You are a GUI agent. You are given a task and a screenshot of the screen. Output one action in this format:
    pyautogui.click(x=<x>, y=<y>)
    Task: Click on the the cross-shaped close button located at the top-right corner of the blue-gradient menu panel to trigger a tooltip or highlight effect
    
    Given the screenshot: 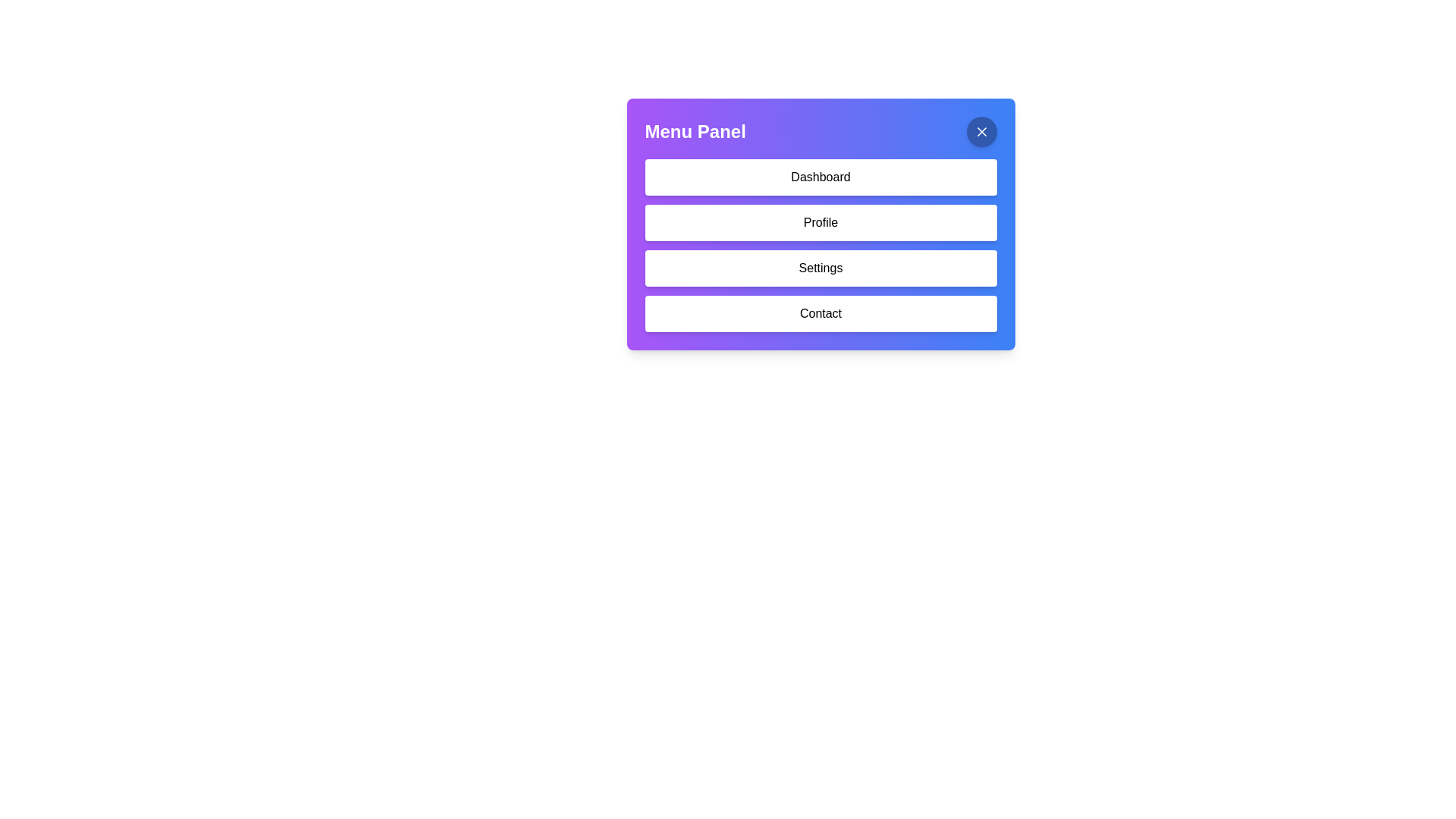 What is the action you would take?
    pyautogui.click(x=981, y=130)
    